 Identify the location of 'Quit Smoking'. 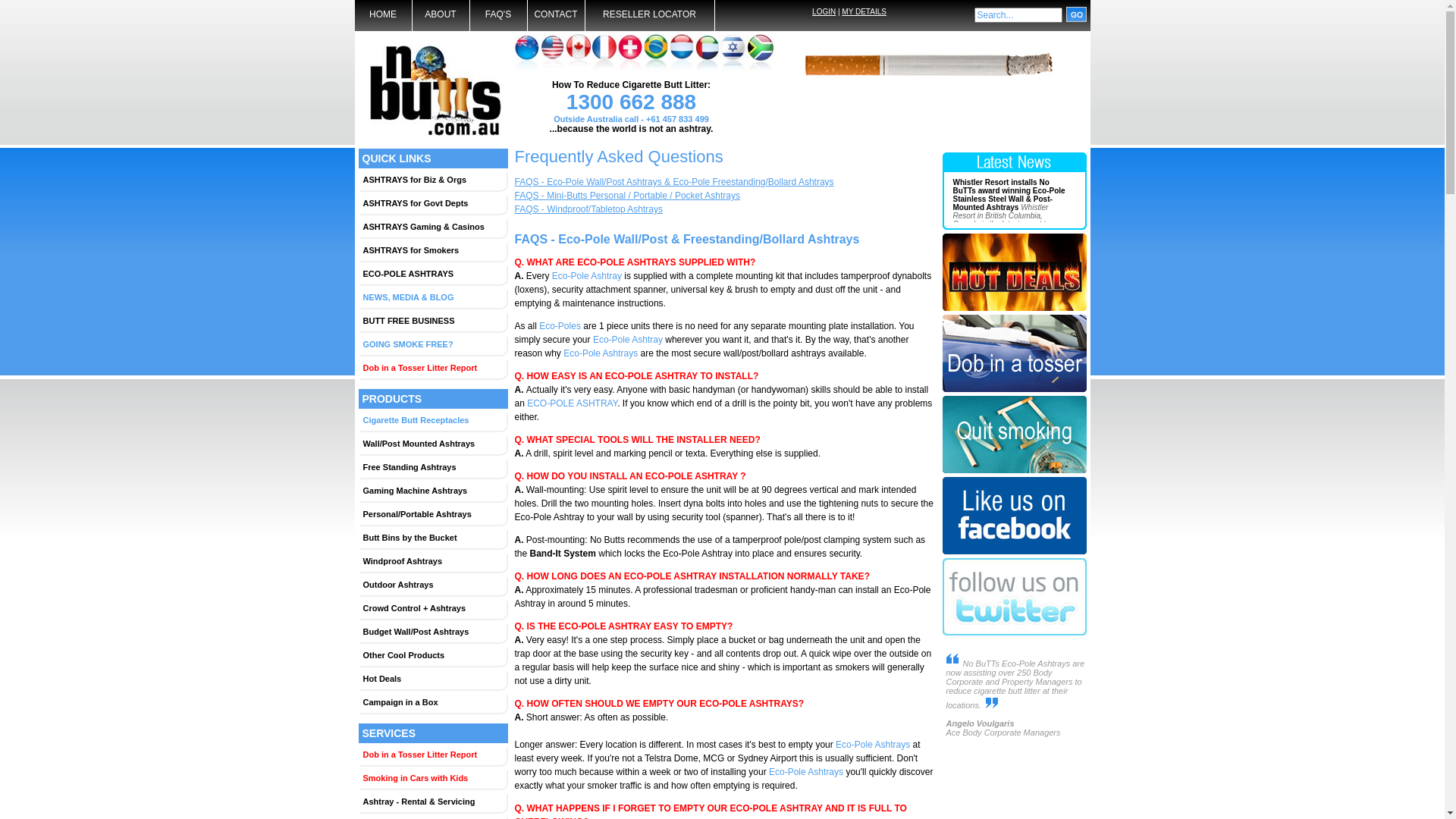
(1014, 472).